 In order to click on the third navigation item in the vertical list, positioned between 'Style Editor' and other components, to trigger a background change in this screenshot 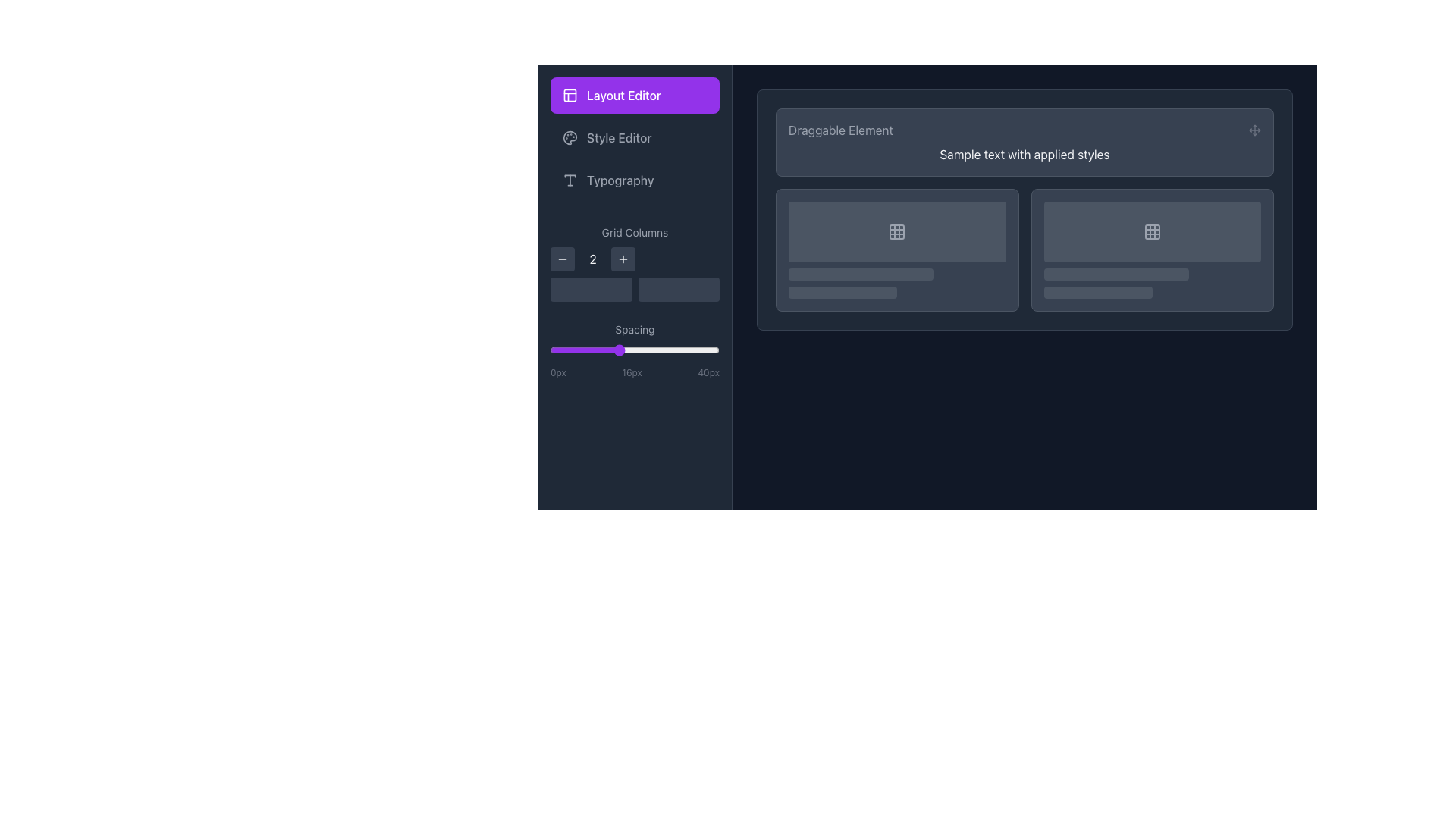, I will do `click(635, 180)`.